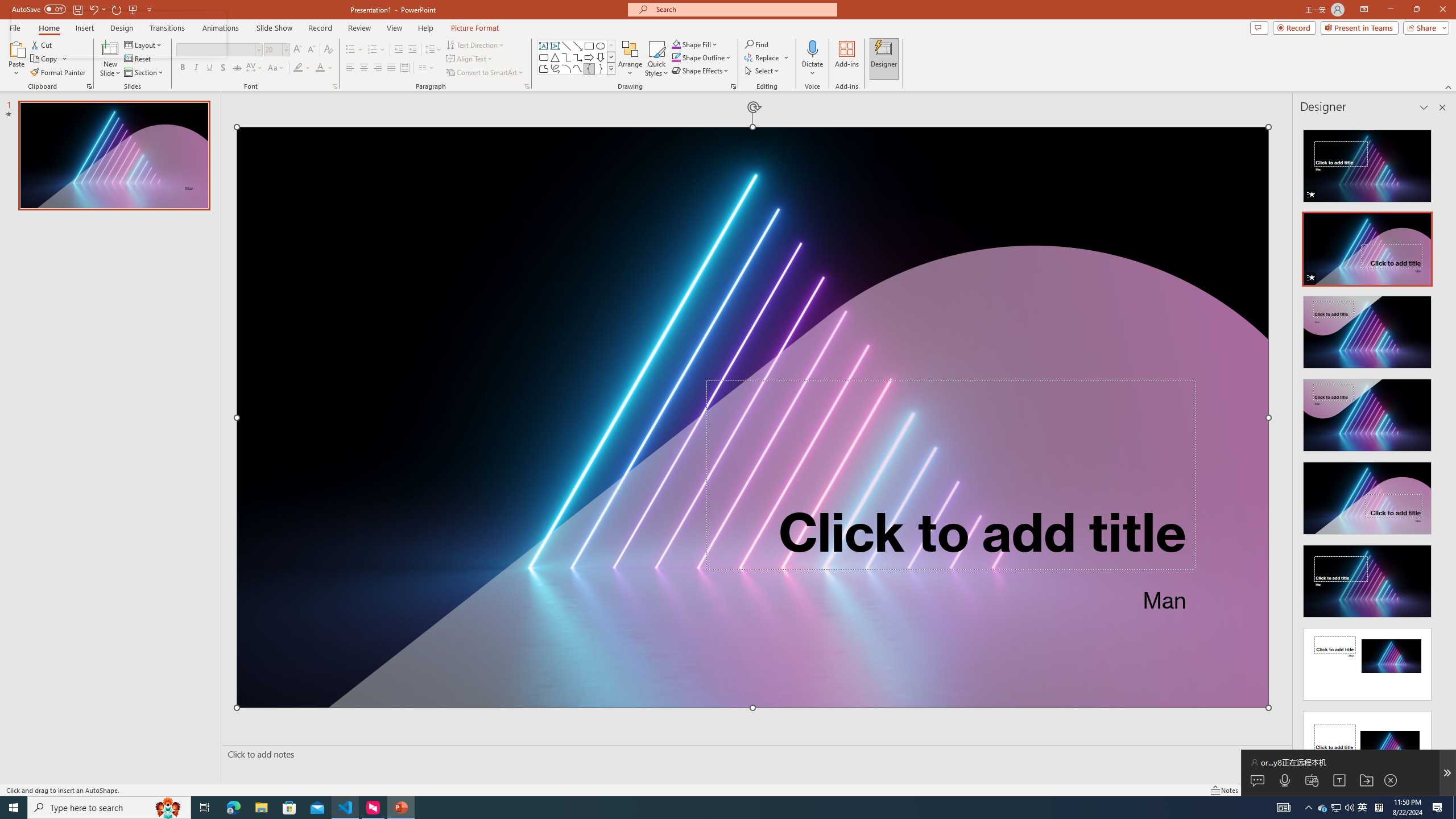 The image size is (1456, 819). What do you see at coordinates (301, 67) in the screenshot?
I see `'Text Highlight Color'` at bounding box center [301, 67].